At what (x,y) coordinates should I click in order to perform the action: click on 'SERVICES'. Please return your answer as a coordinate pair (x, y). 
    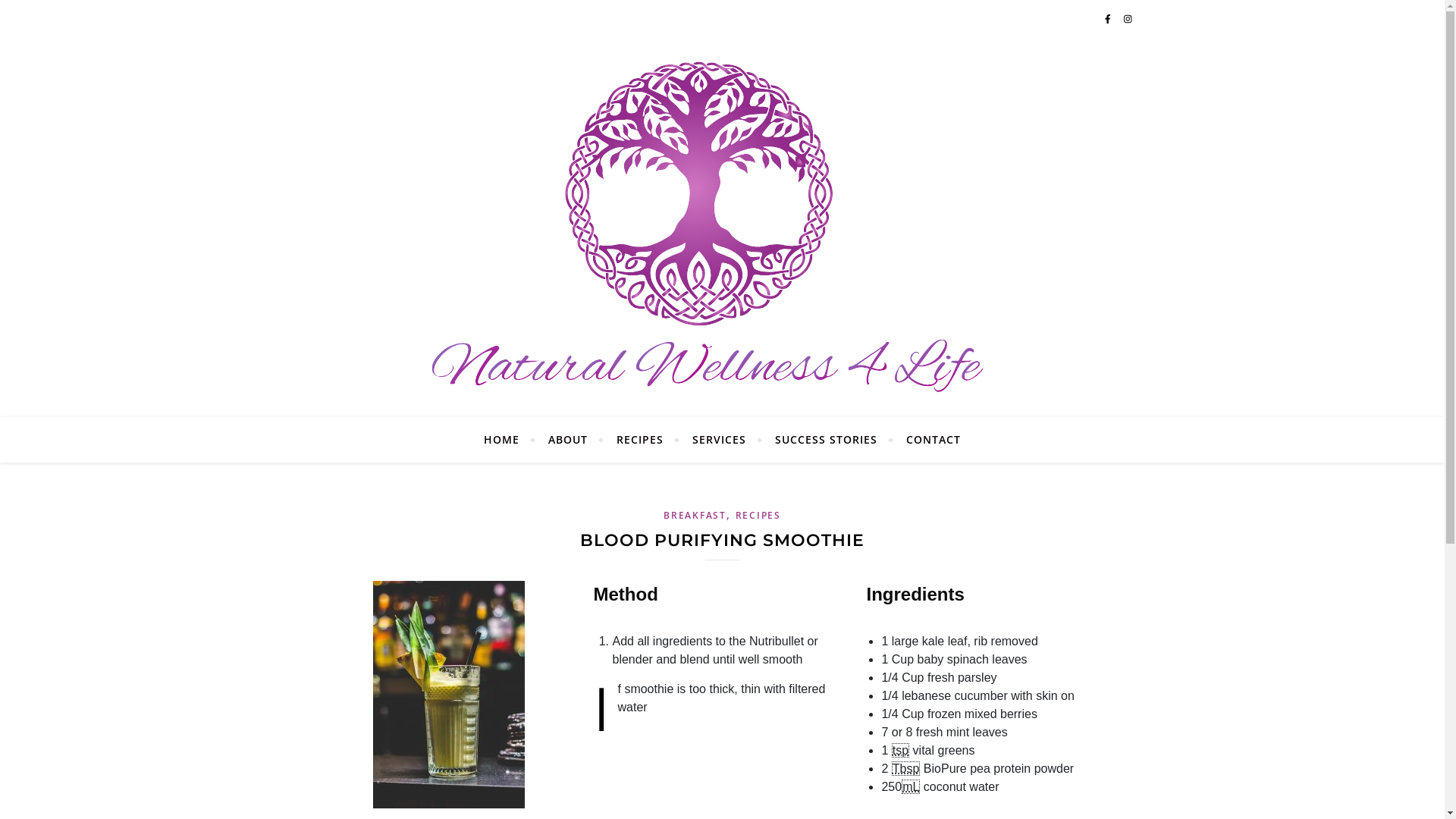
    Looking at the image, I should click on (718, 439).